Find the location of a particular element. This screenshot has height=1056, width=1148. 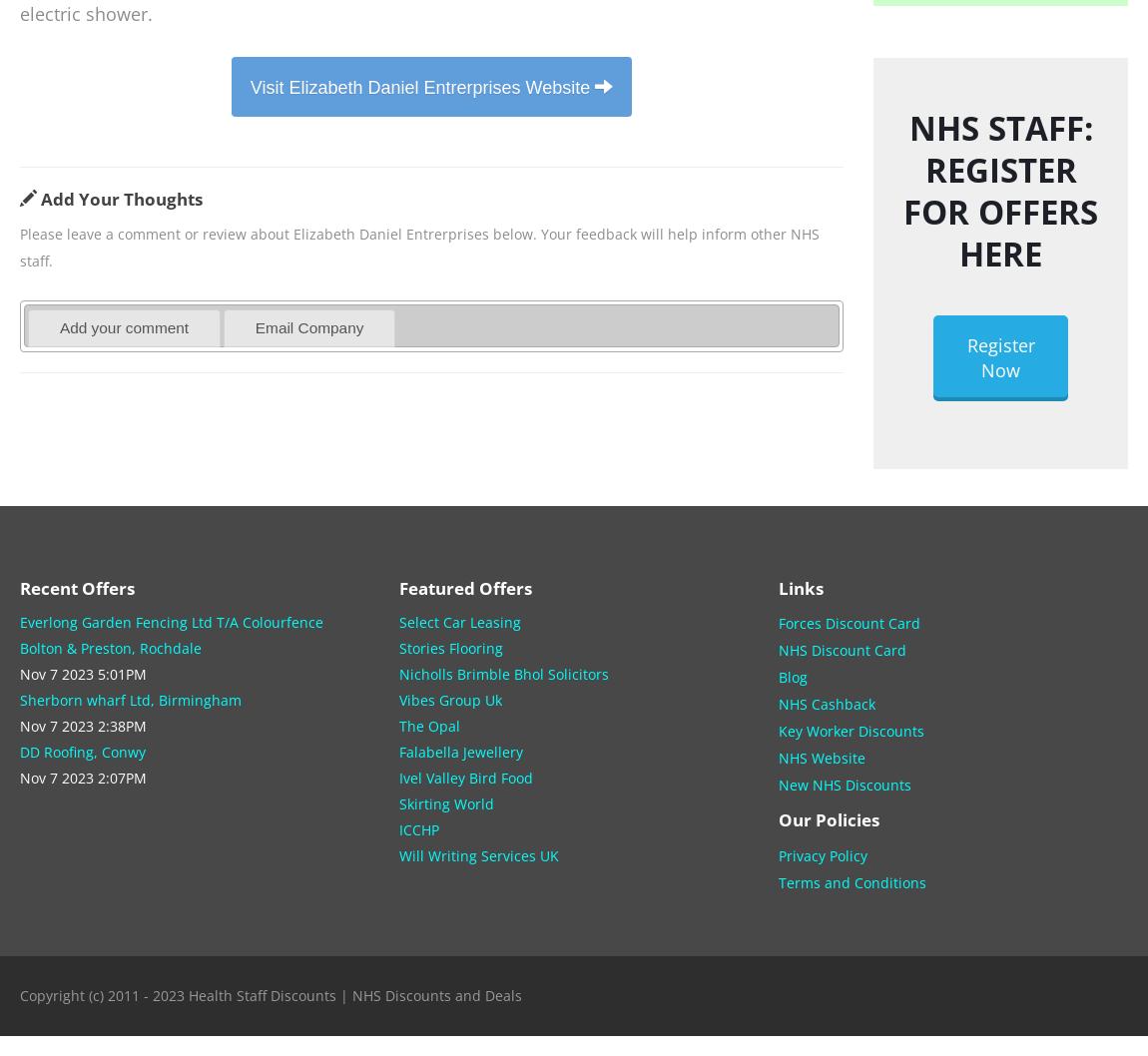

'Visit Elizabeth Daniel Entrerprises Website' is located at coordinates (421, 86).